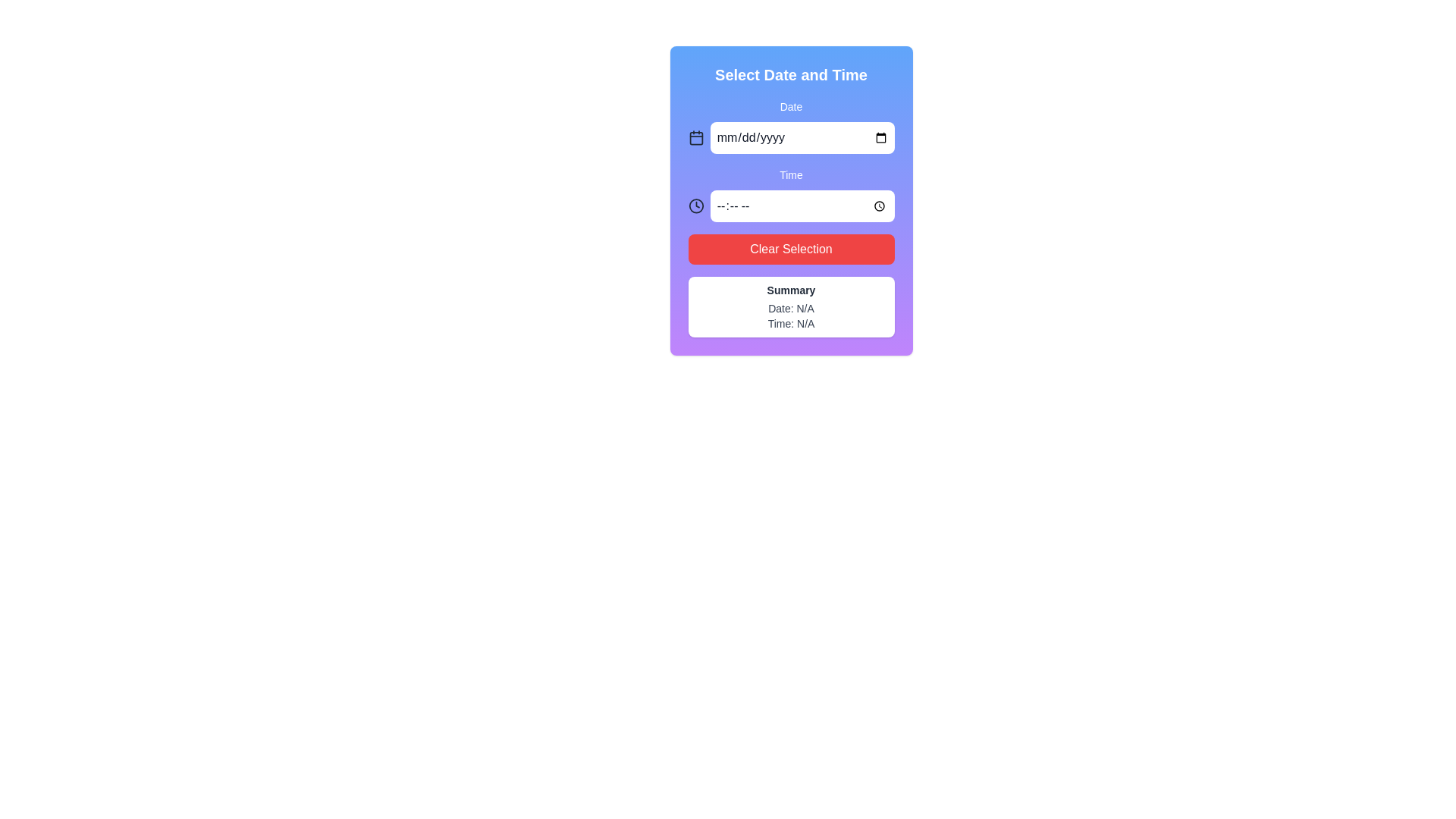 The height and width of the screenshot is (819, 1456). What do you see at coordinates (695, 206) in the screenshot?
I see `the small clock-shaped icon with a circular outline, located to the left of the time input field in the 'Time' line of the form panel` at bounding box center [695, 206].